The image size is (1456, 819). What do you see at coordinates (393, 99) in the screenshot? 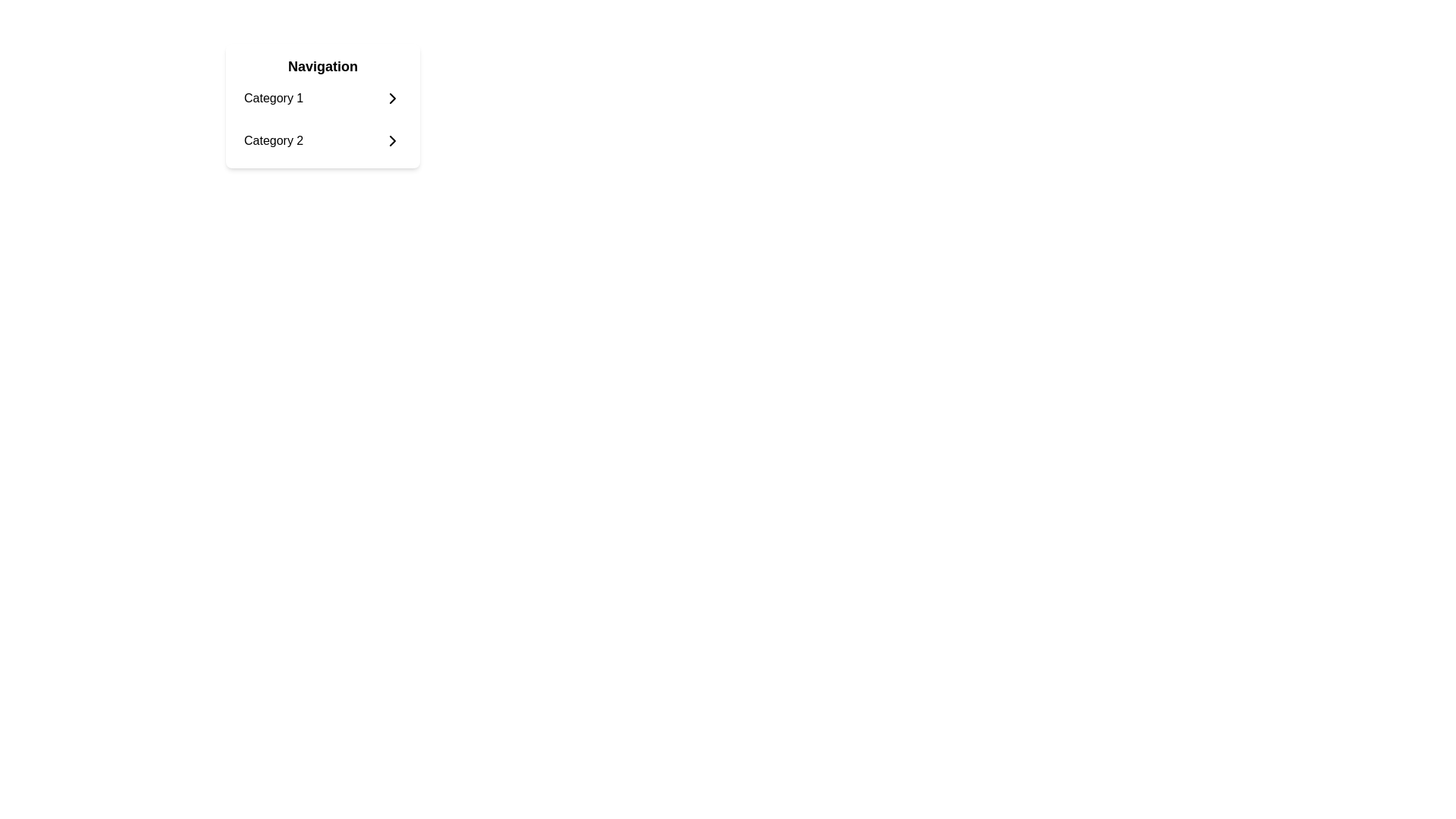
I see `the chevron icon located to the right of 'Category 1' in the vertical menu for feedback` at bounding box center [393, 99].